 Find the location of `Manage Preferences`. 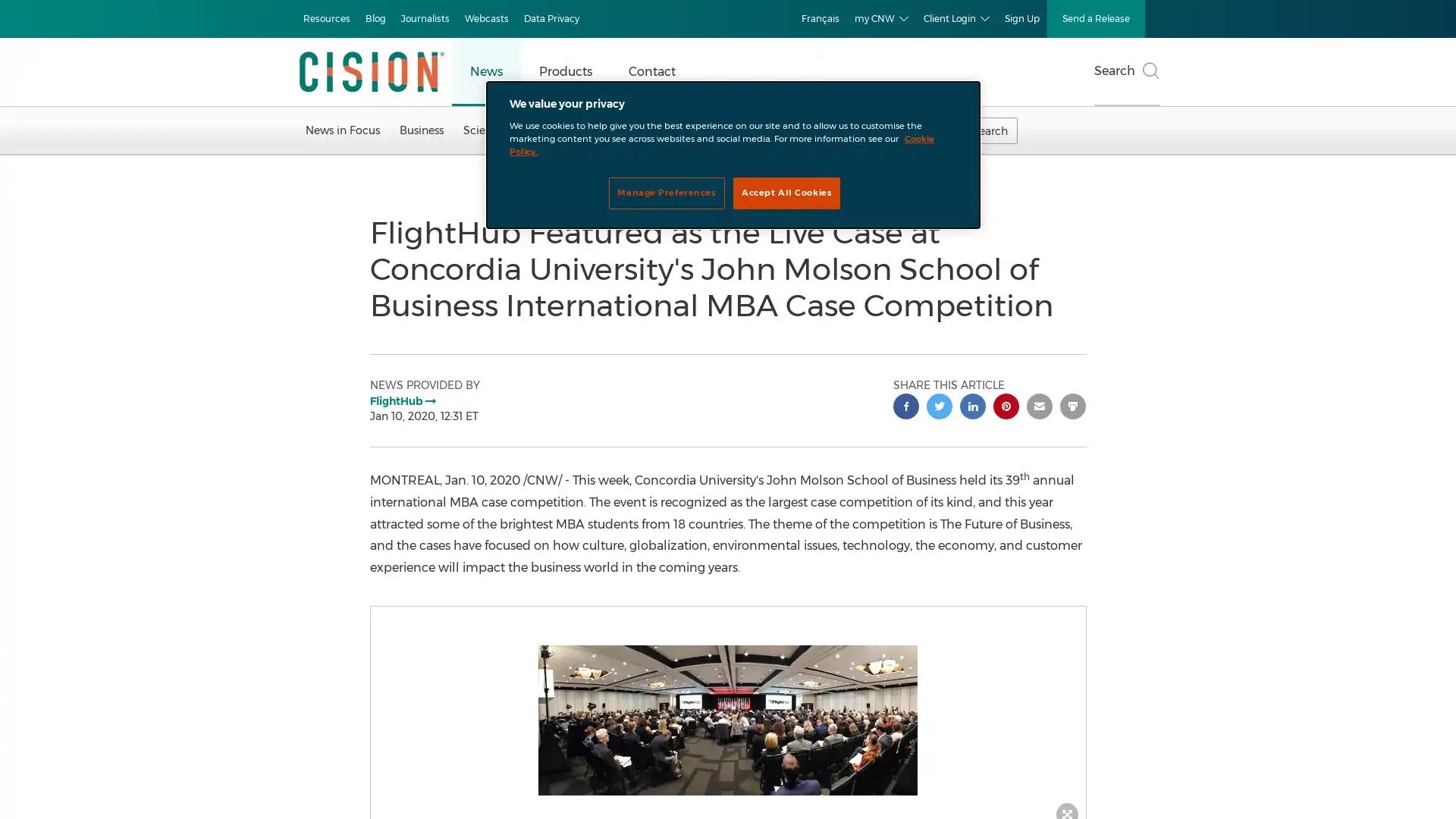

Manage Preferences is located at coordinates (666, 192).